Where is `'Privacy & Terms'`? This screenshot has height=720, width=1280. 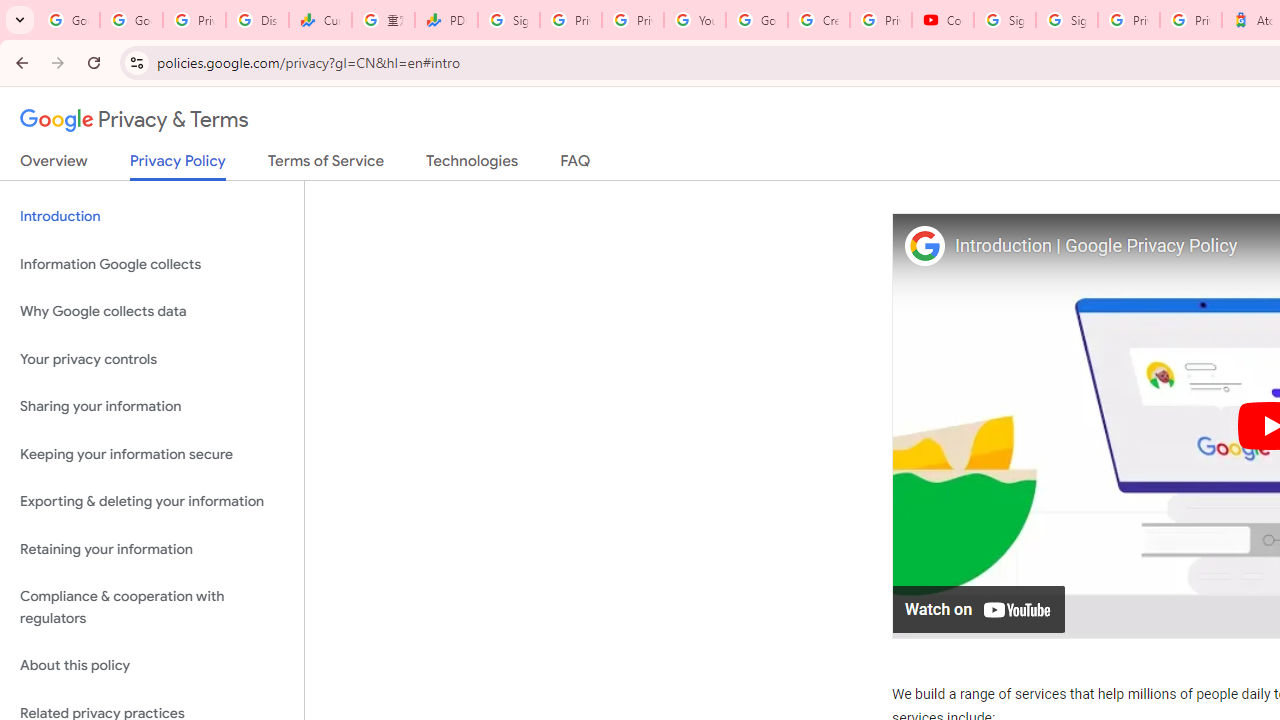 'Privacy & Terms' is located at coordinates (134, 120).